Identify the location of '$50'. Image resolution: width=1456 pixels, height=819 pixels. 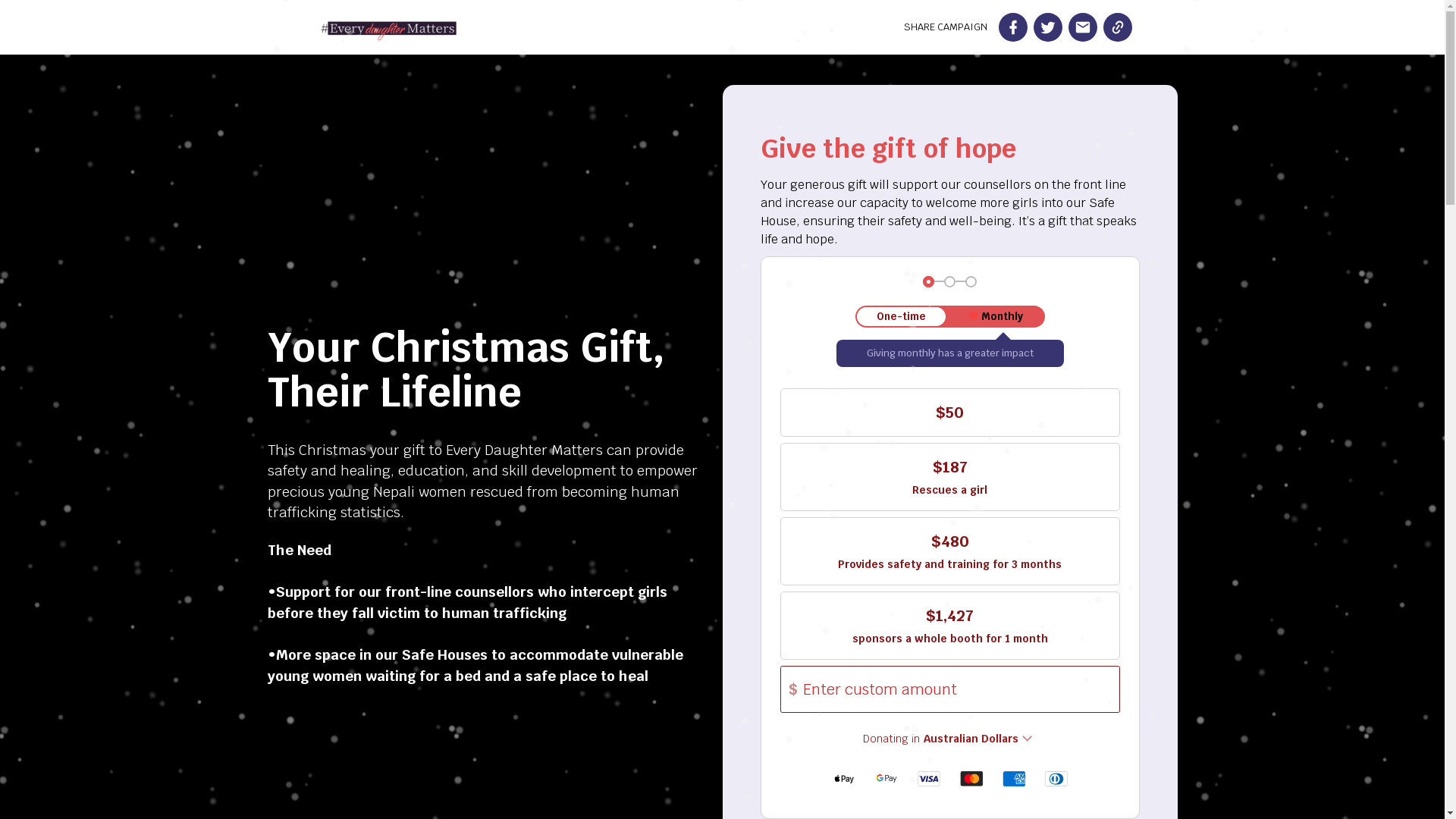
(949, 412).